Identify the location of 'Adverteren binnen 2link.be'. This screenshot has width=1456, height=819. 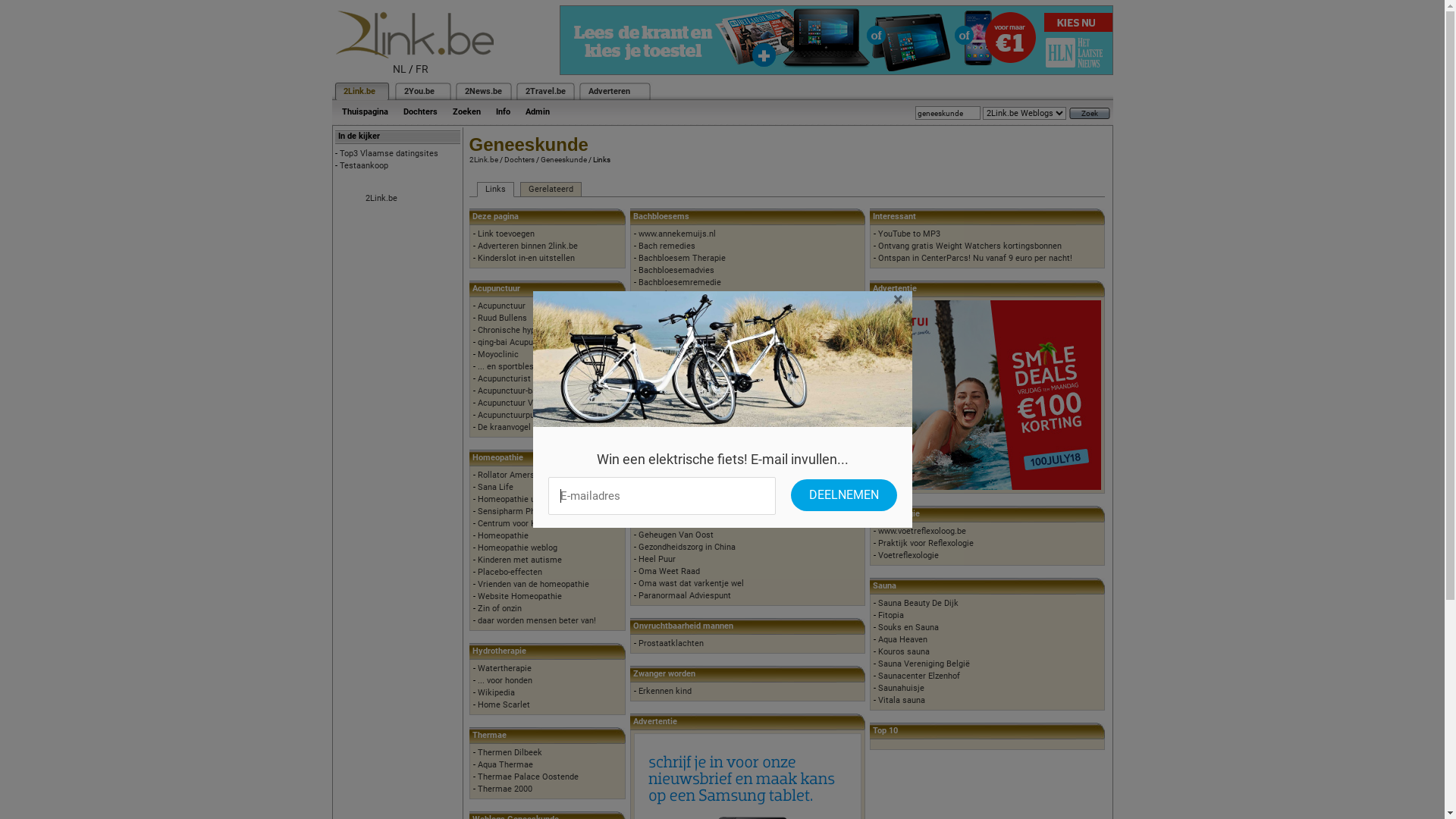
(528, 245).